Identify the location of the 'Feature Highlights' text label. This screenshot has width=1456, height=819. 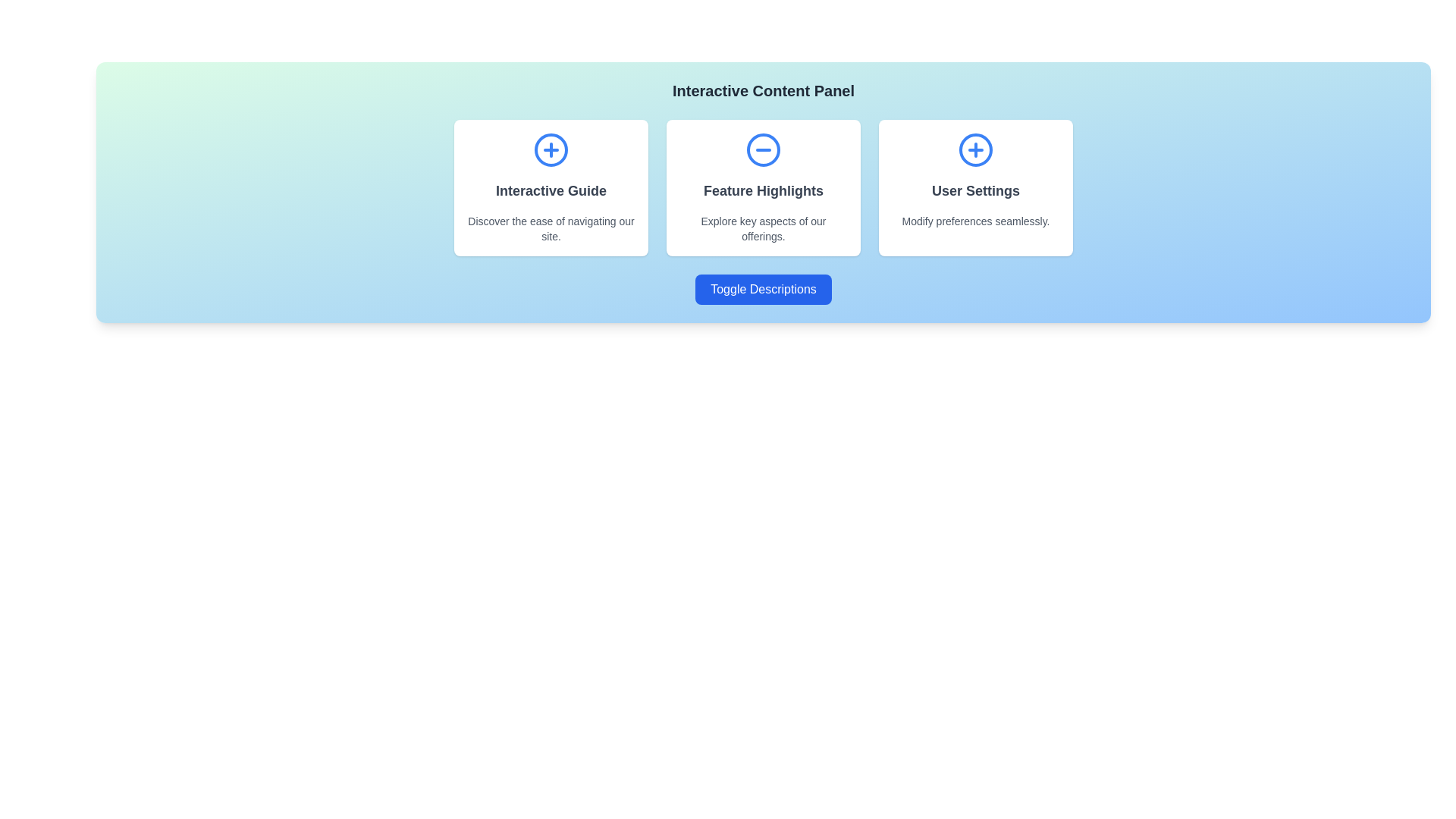
(764, 190).